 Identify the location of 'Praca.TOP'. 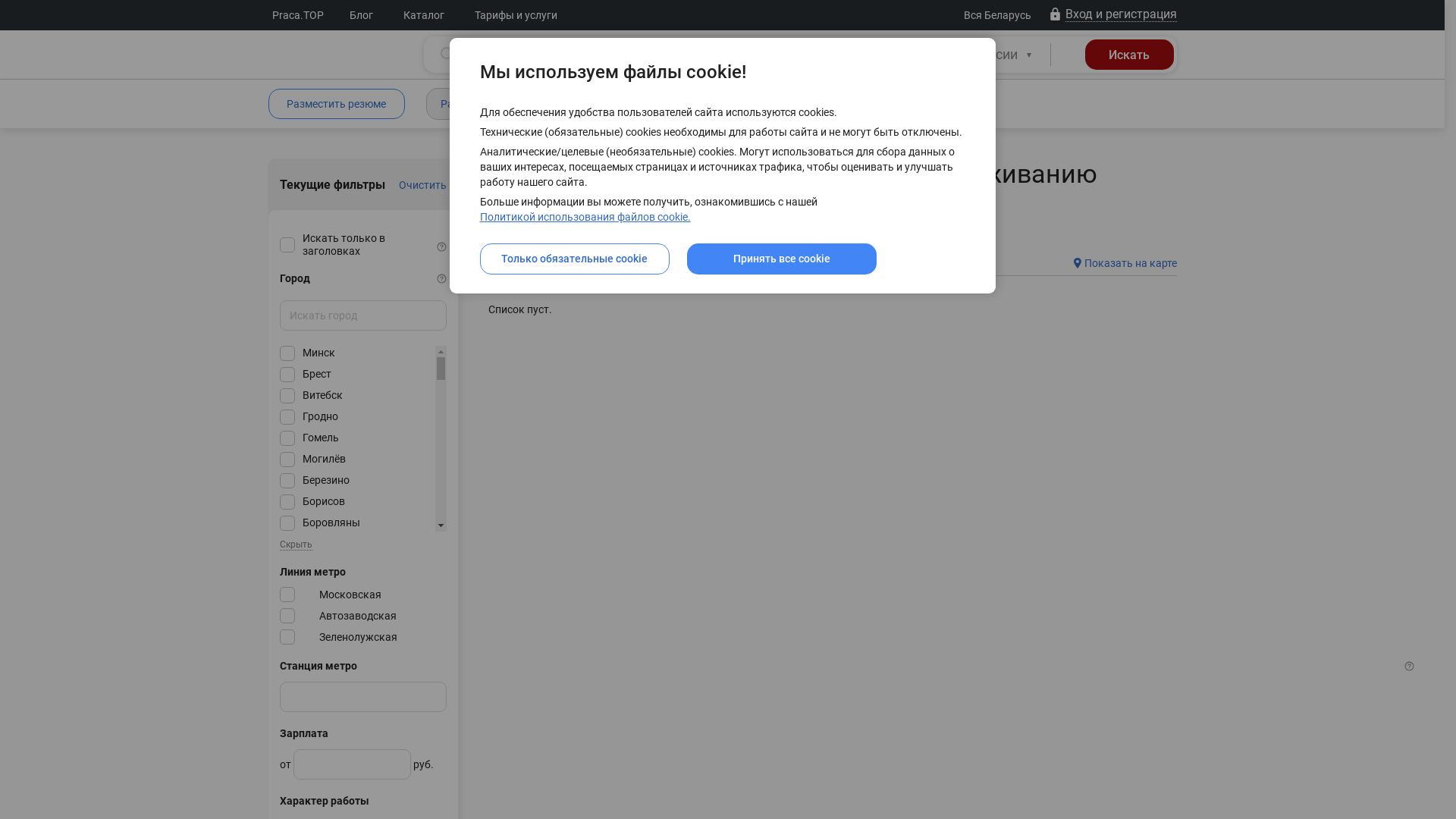
(298, 14).